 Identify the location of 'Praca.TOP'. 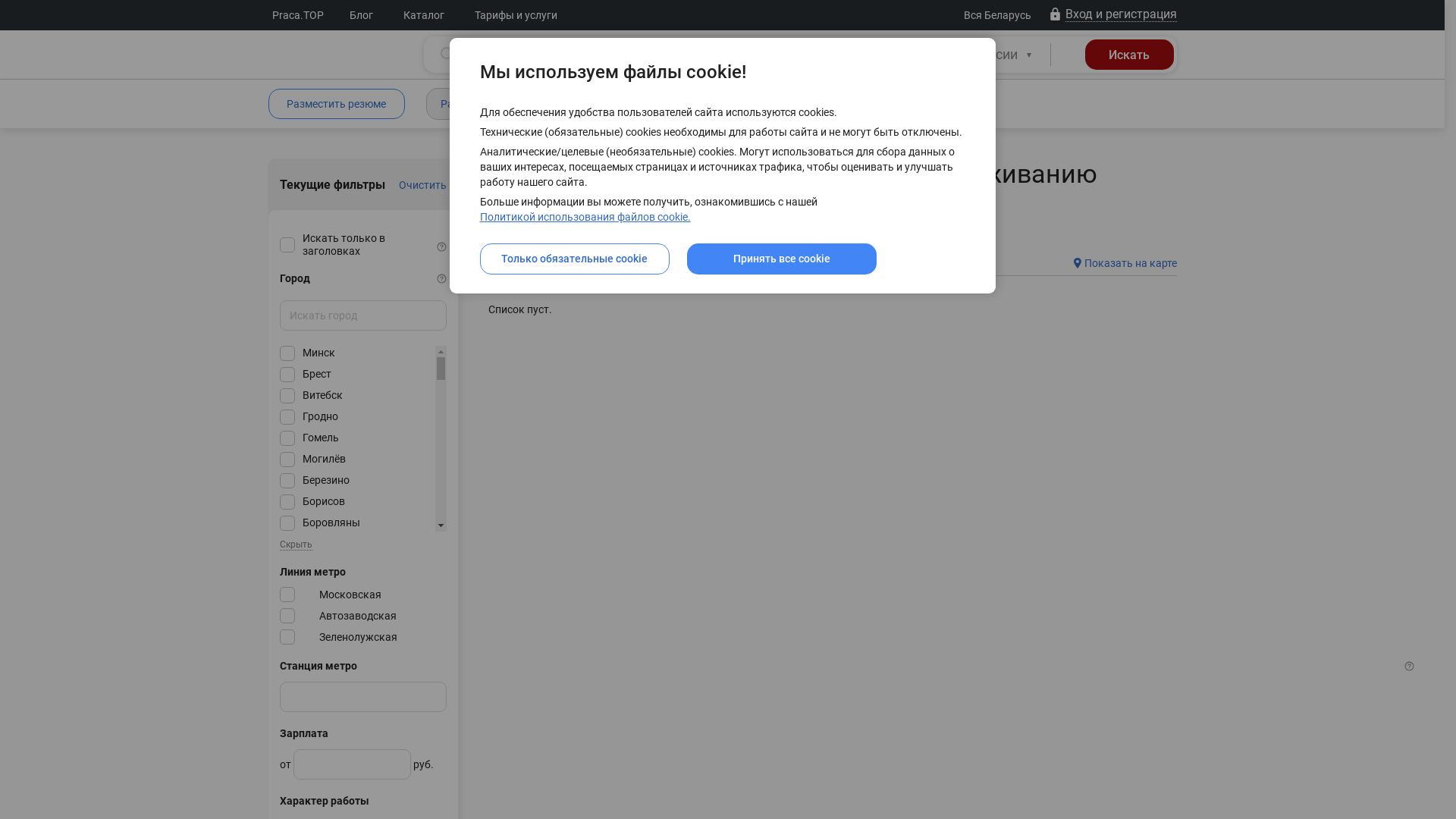
(298, 14).